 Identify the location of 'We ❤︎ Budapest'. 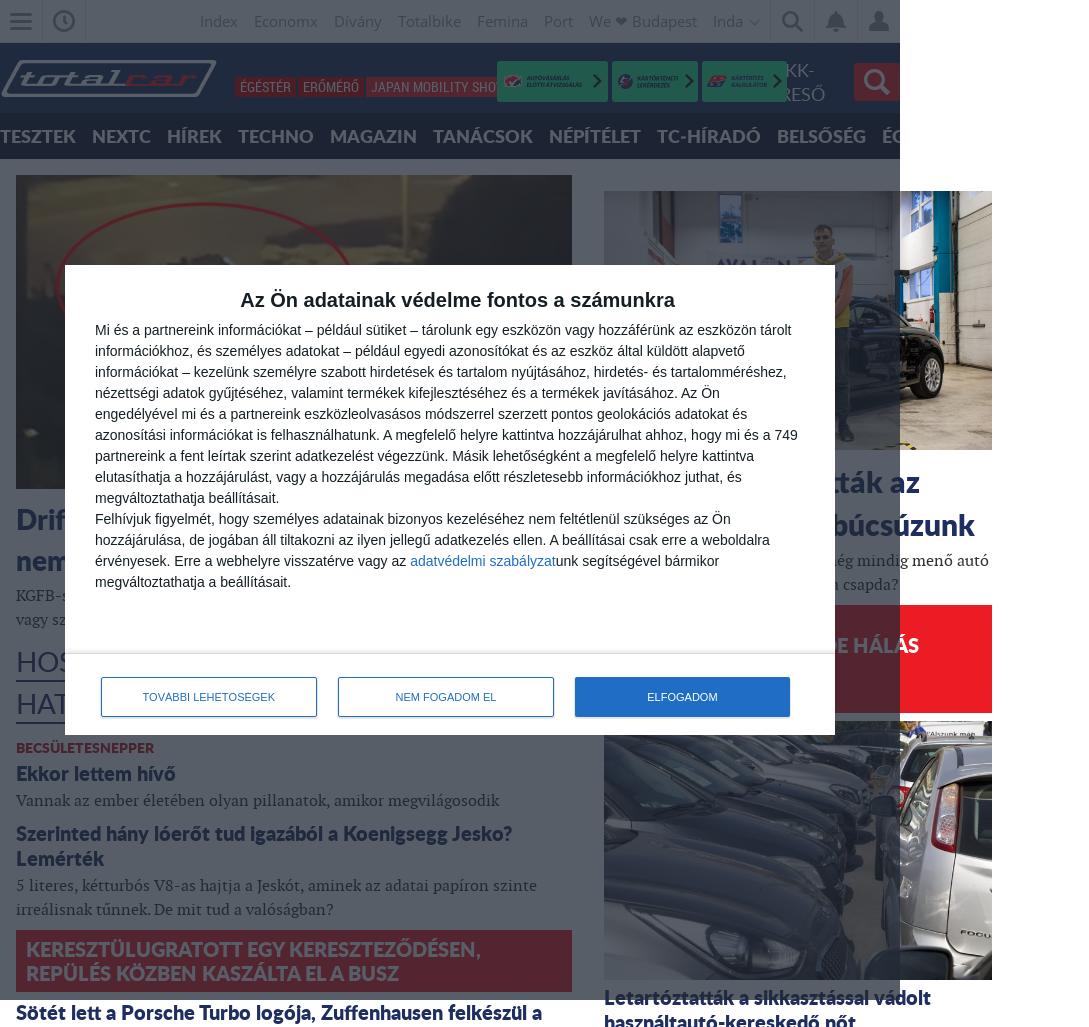
(641, 20).